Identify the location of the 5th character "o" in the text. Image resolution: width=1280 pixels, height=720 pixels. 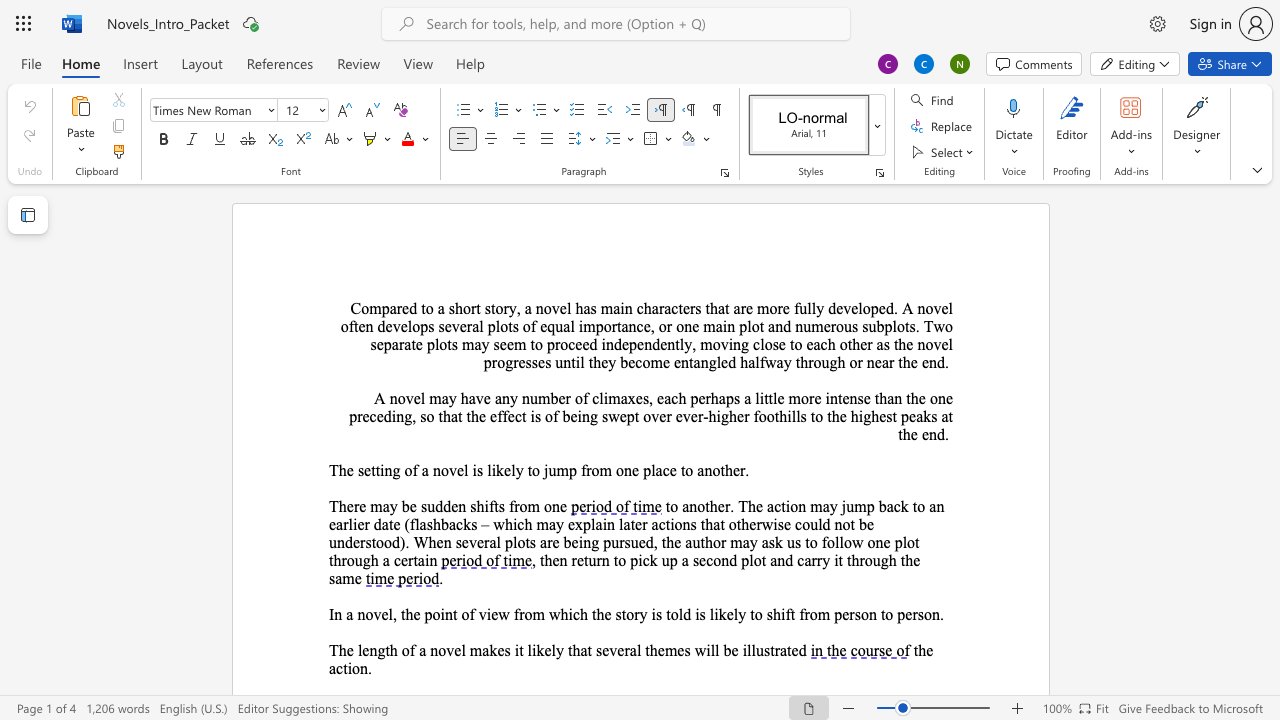
(629, 613).